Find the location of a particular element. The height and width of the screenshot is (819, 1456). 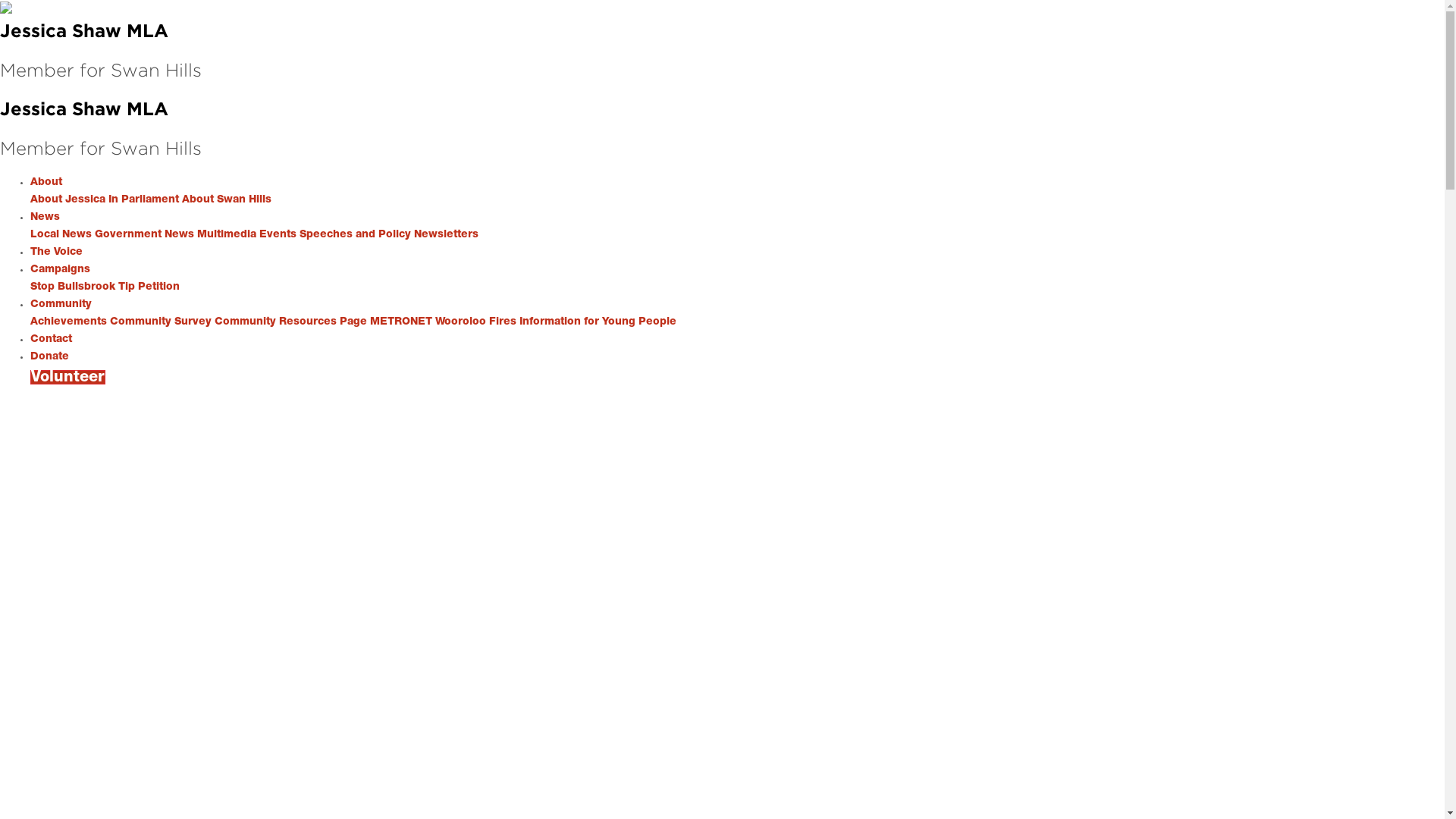

'The Voice' is located at coordinates (56, 250).